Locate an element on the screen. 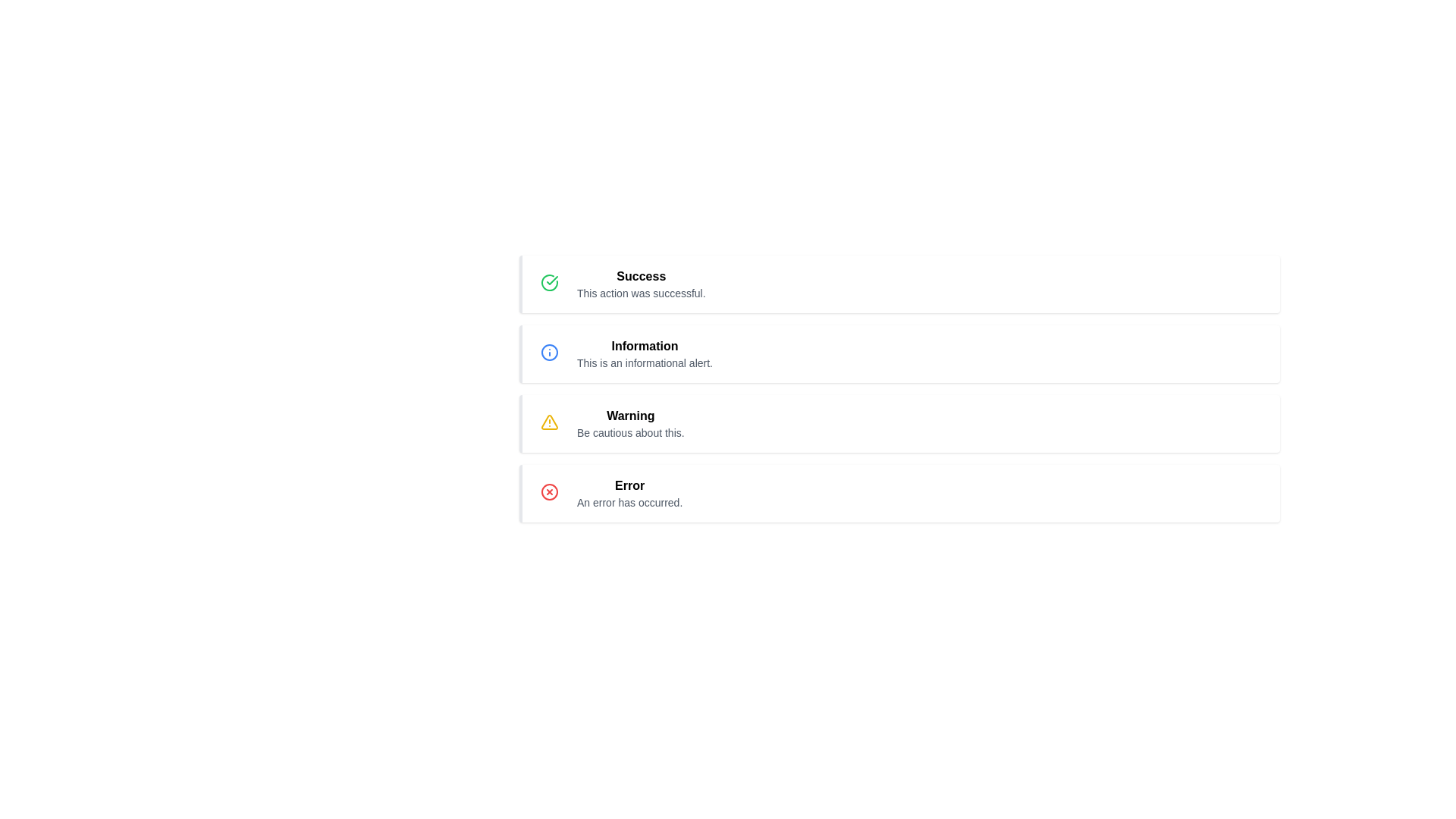 This screenshot has height=819, width=1456. text label that contains 'This action was successful.' located beneath the bold 'Success' text in the first notification block is located at coordinates (641, 293).